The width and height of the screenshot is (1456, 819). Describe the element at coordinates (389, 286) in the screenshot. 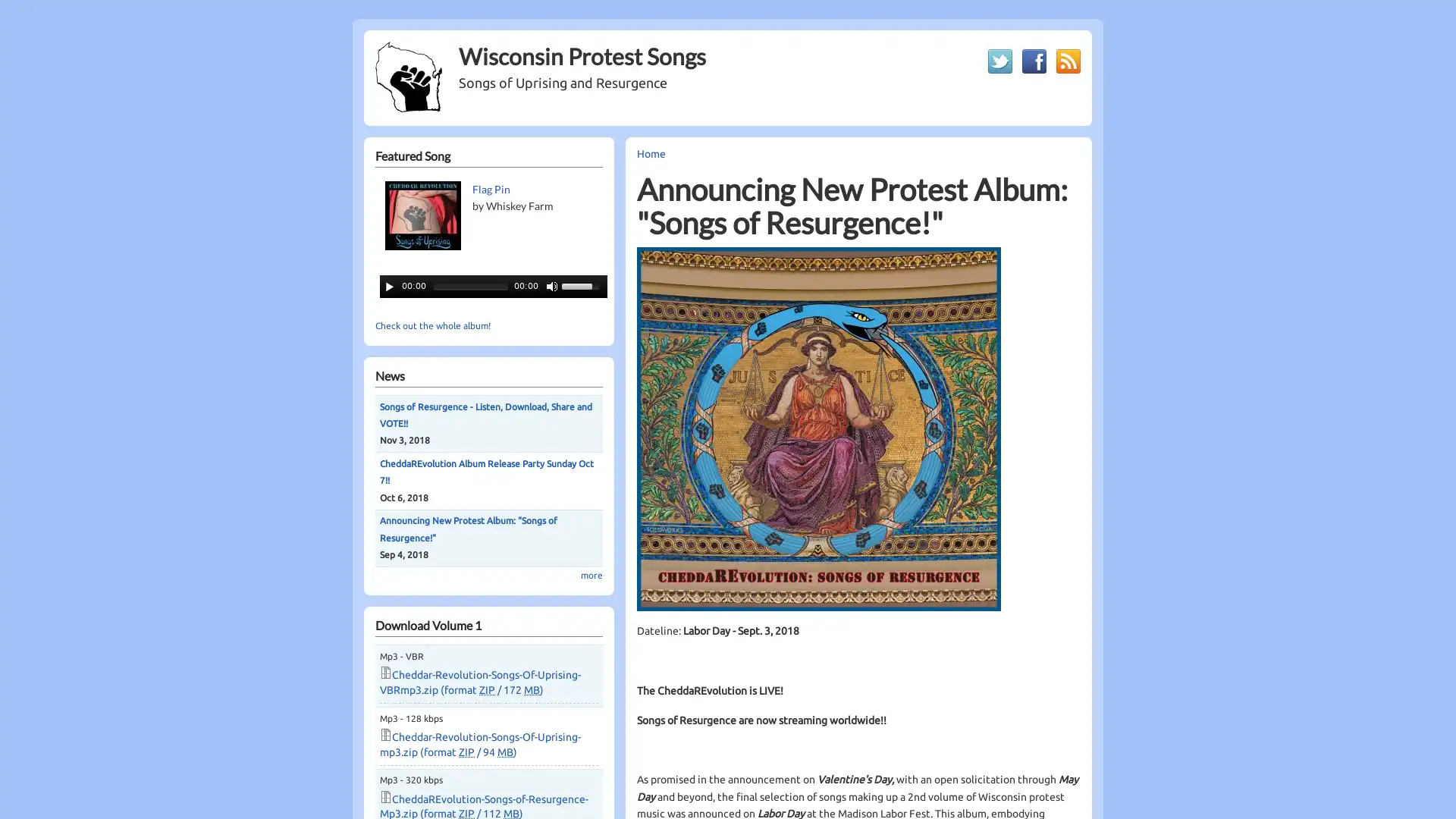

I see `Play/Pause` at that location.